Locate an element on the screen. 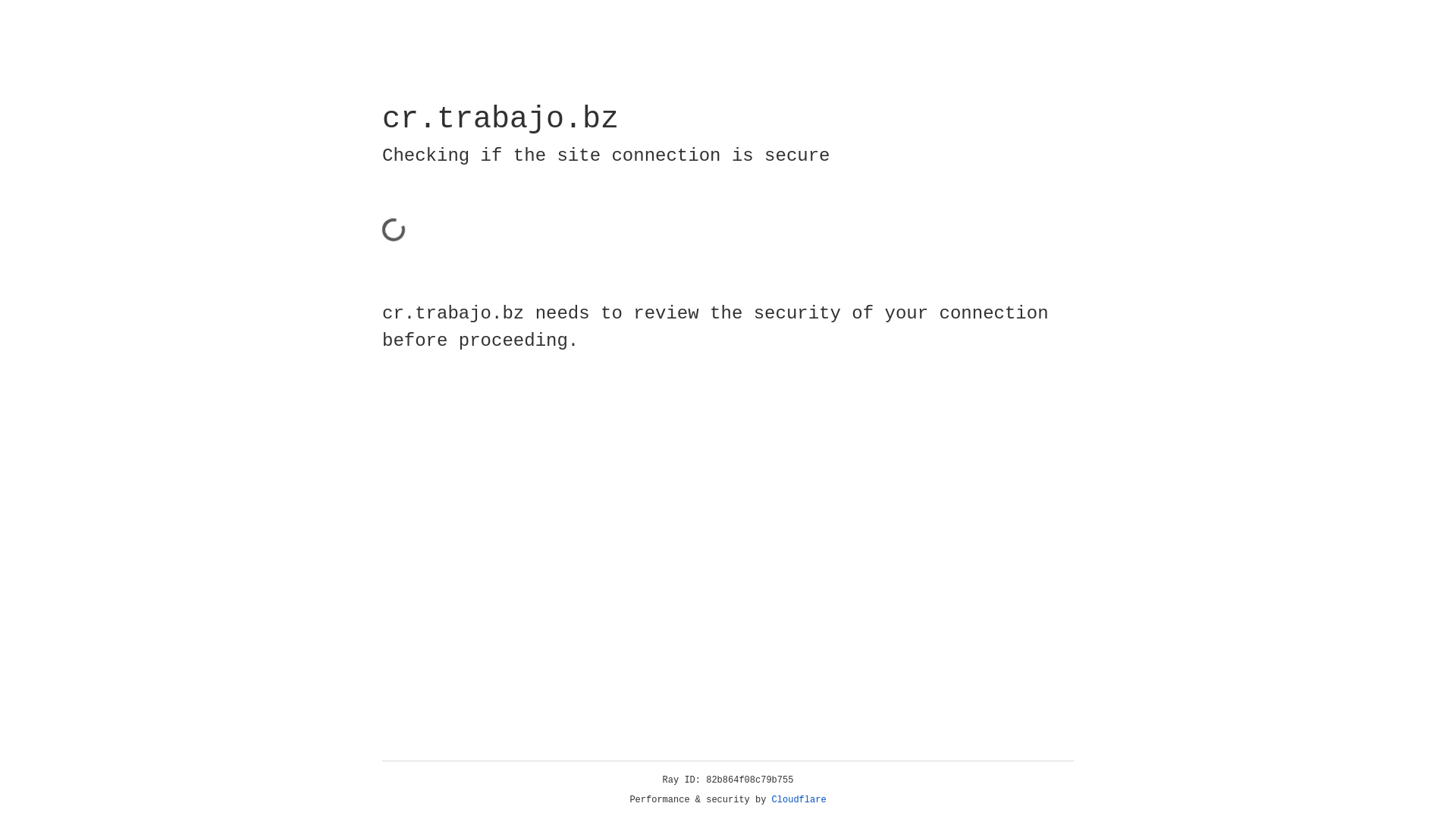  'Cloudflare' is located at coordinates (799, 799).